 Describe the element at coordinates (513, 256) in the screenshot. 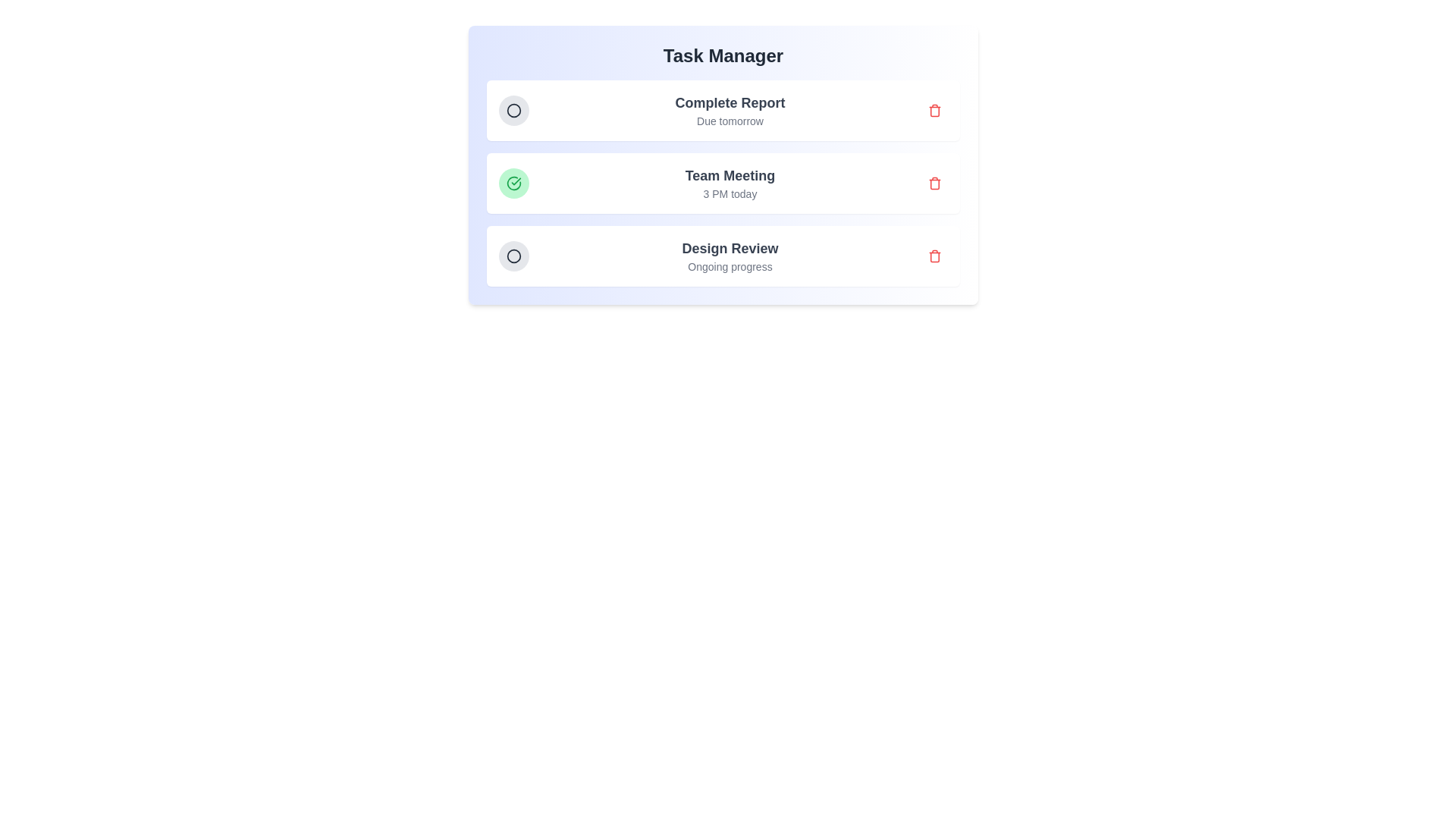

I see `the radio button located to the left of the 'Design Review' title in the bottom-most list item of the 'Task Manager' panel` at that location.